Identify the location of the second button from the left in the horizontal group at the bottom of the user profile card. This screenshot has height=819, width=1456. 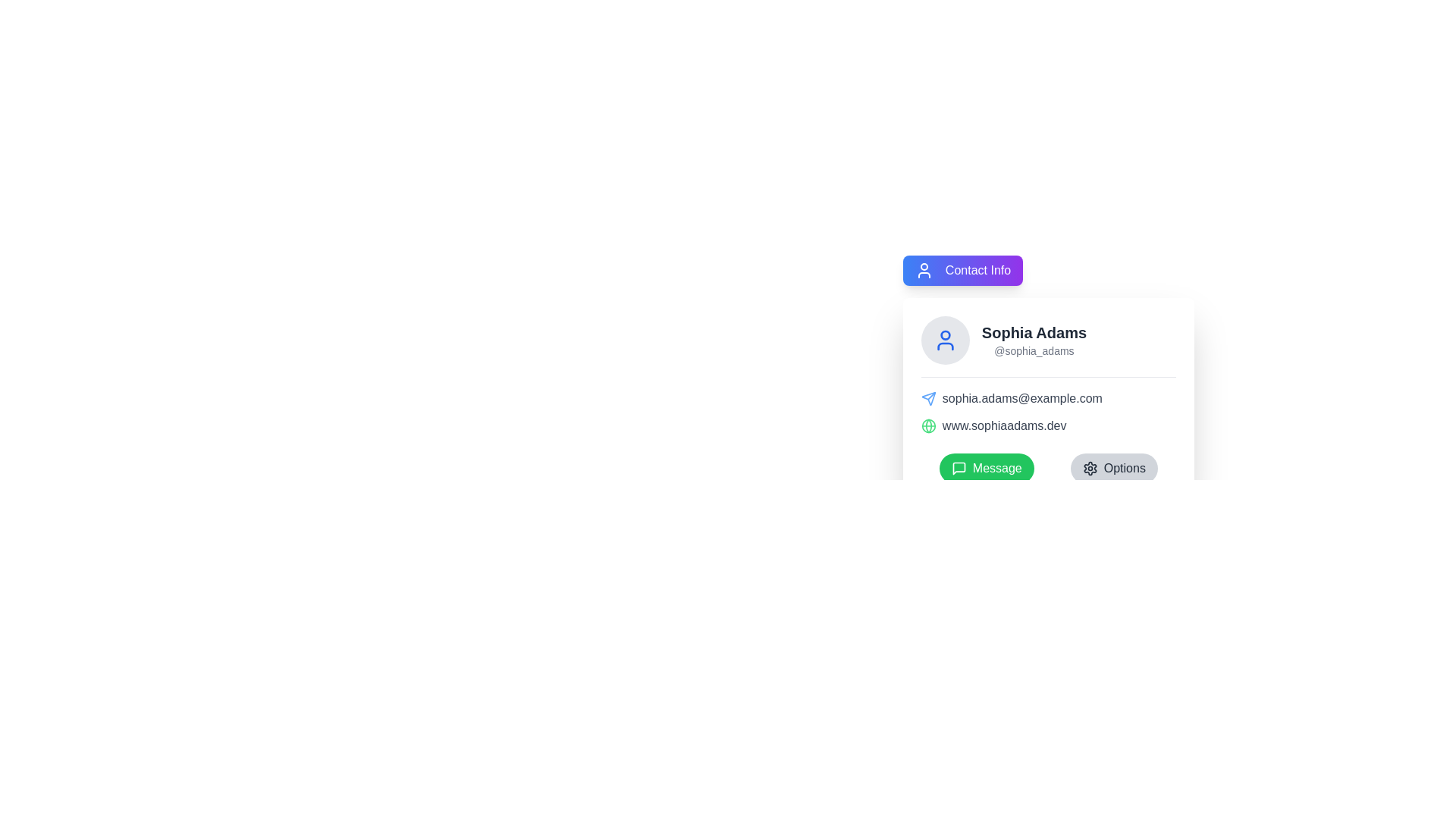
(1114, 467).